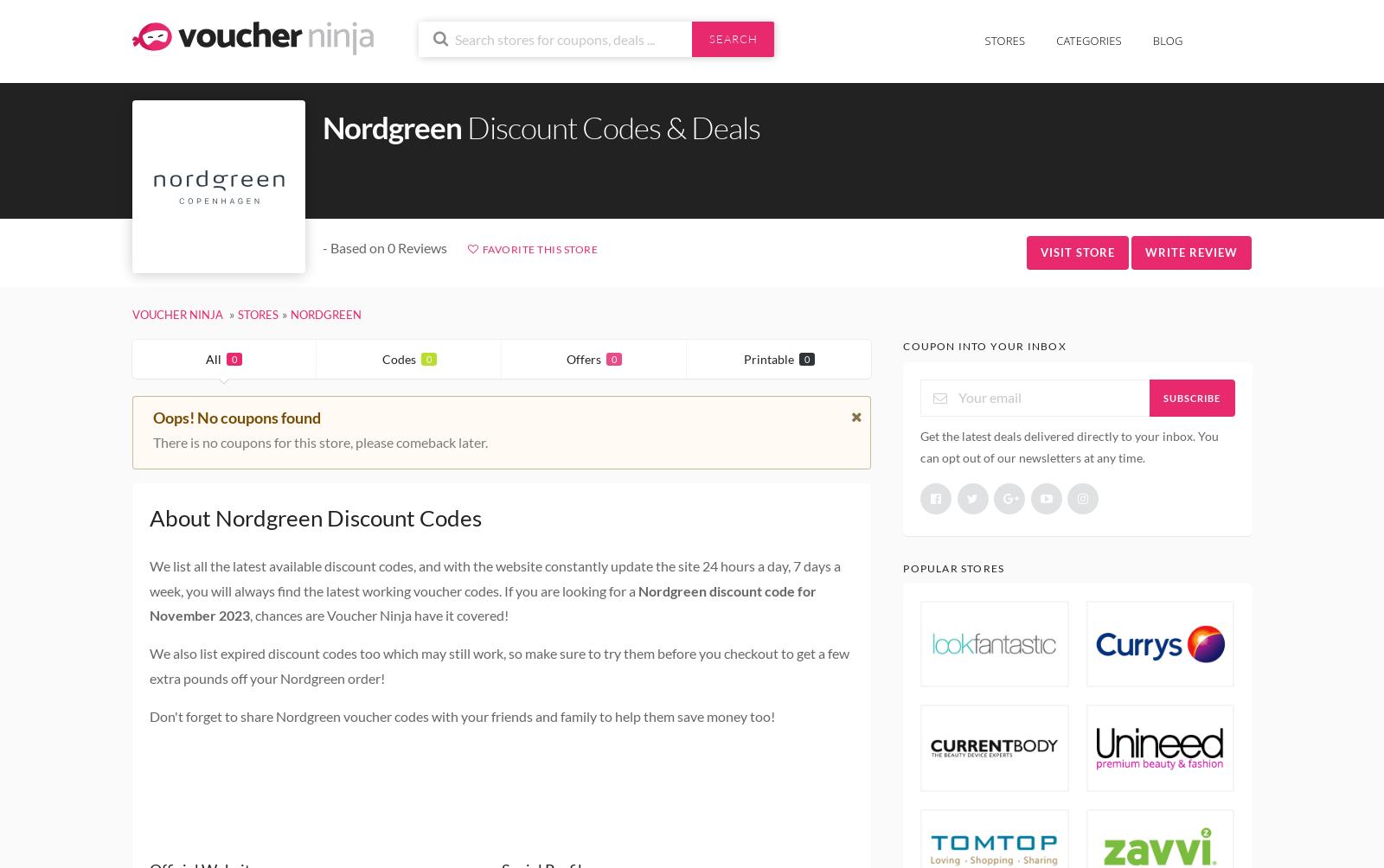 This screenshot has width=1384, height=868. Describe the element at coordinates (611, 126) in the screenshot. I see `'Discount Codes & Deals'` at that location.